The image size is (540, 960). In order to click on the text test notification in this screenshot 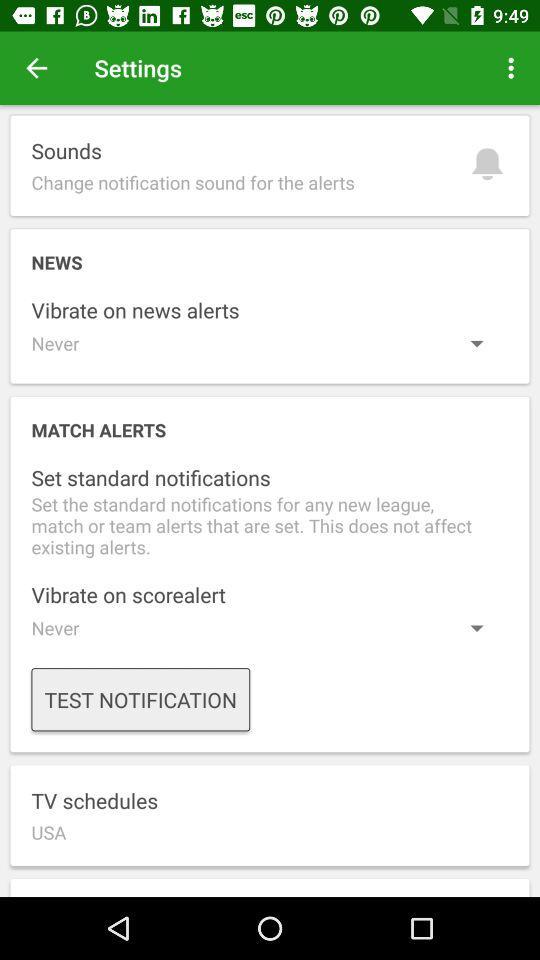, I will do `click(139, 699)`.